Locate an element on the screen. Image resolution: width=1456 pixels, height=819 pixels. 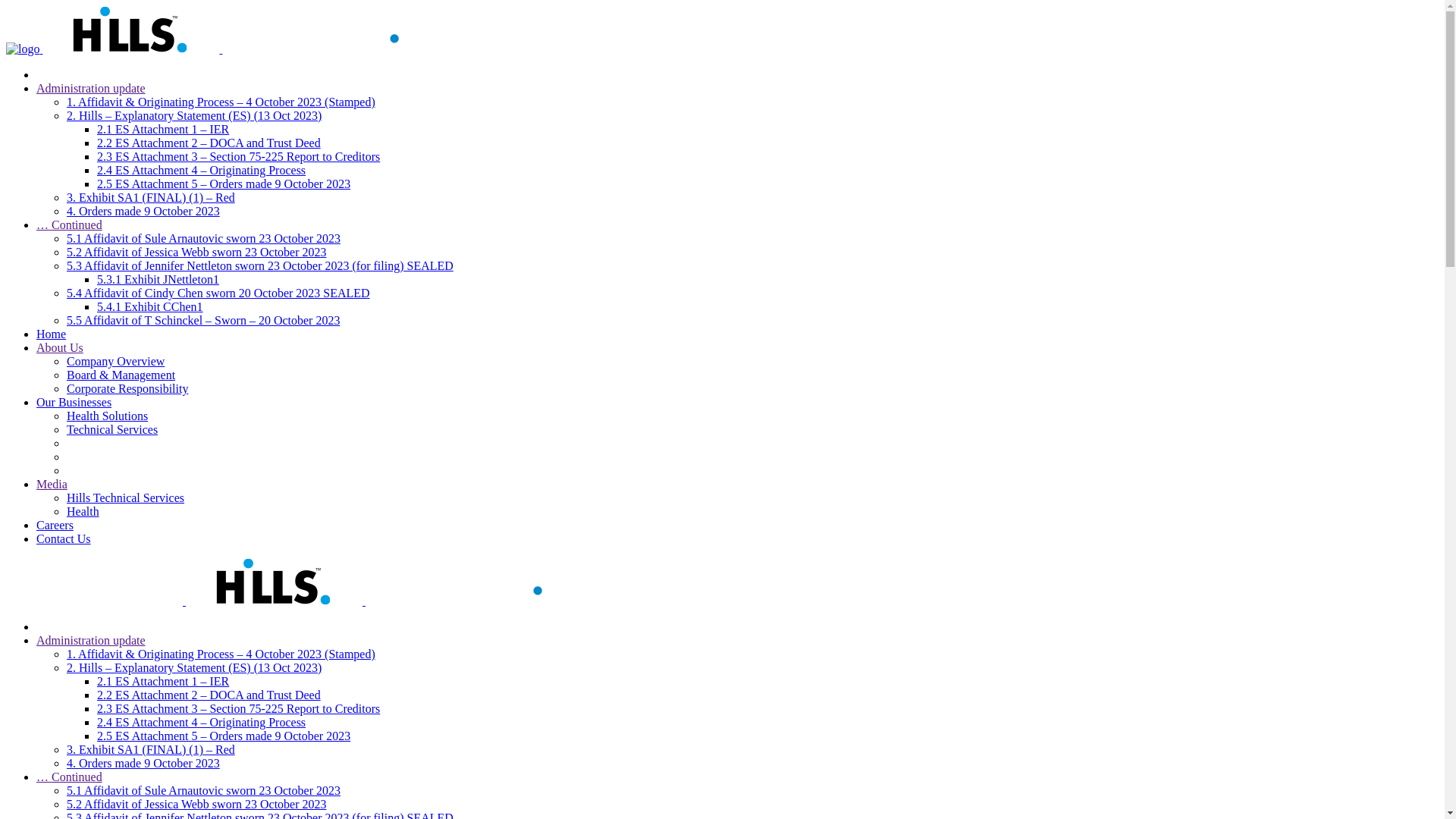
'Health Solutions' is located at coordinates (106, 416).